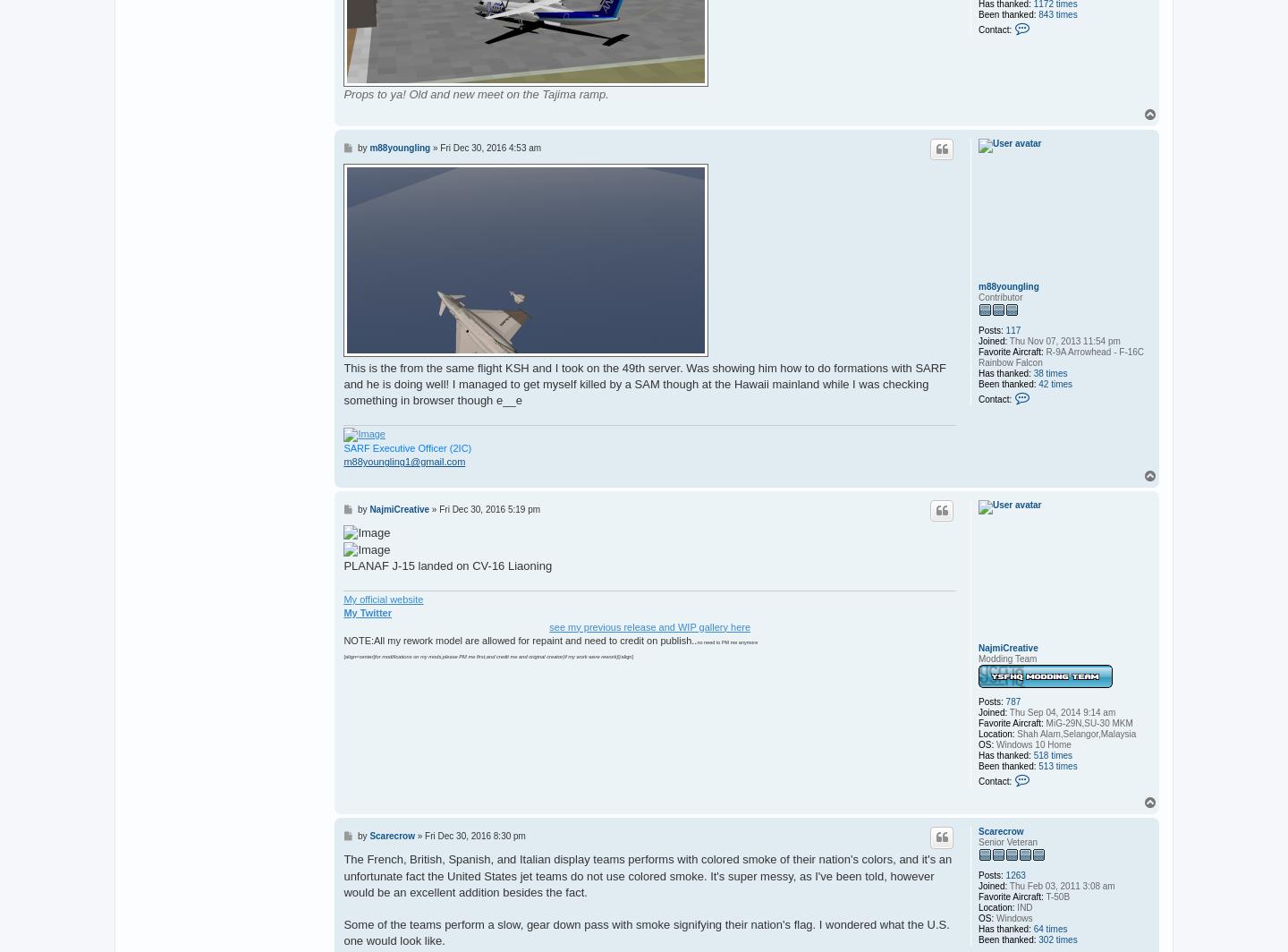 The image size is (1288, 952). Describe the element at coordinates (407, 446) in the screenshot. I see `'SARF Executive Officer (2IC)'` at that location.